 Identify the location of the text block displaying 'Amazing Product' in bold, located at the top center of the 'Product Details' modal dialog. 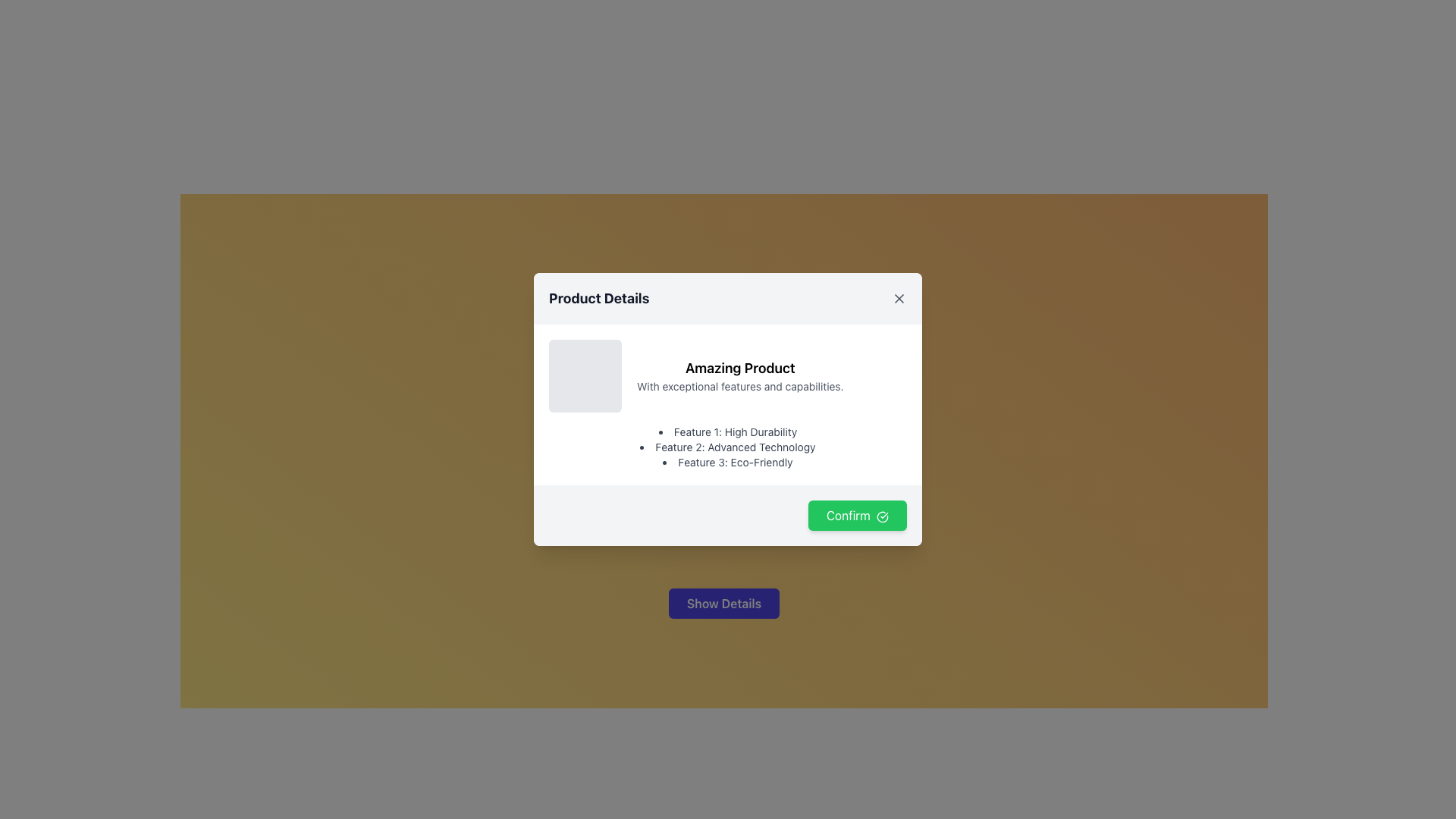
(740, 369).